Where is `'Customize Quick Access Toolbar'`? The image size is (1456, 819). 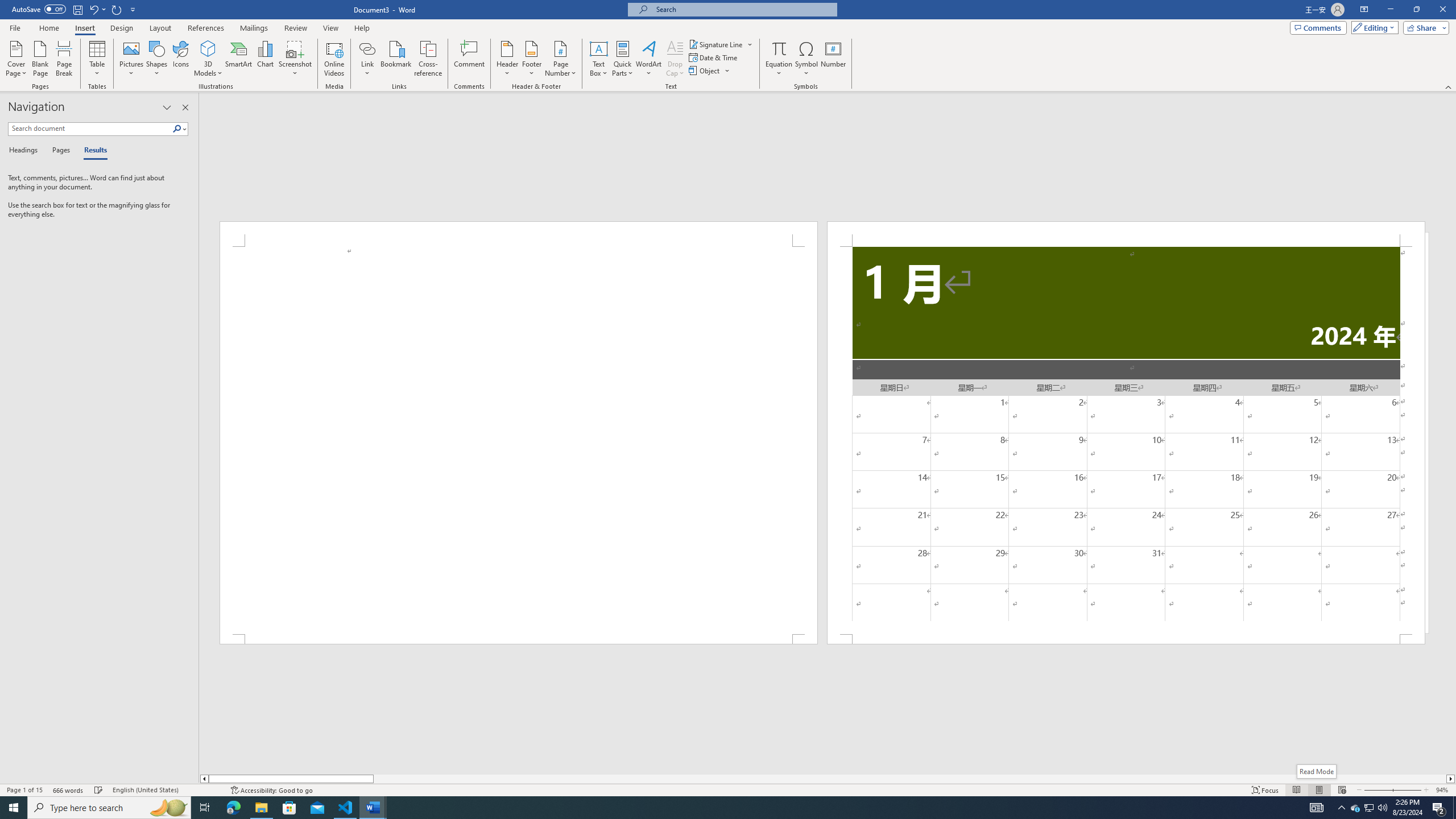 'Customize Quick Access Toolbar' is located at coordinates (133, 9).